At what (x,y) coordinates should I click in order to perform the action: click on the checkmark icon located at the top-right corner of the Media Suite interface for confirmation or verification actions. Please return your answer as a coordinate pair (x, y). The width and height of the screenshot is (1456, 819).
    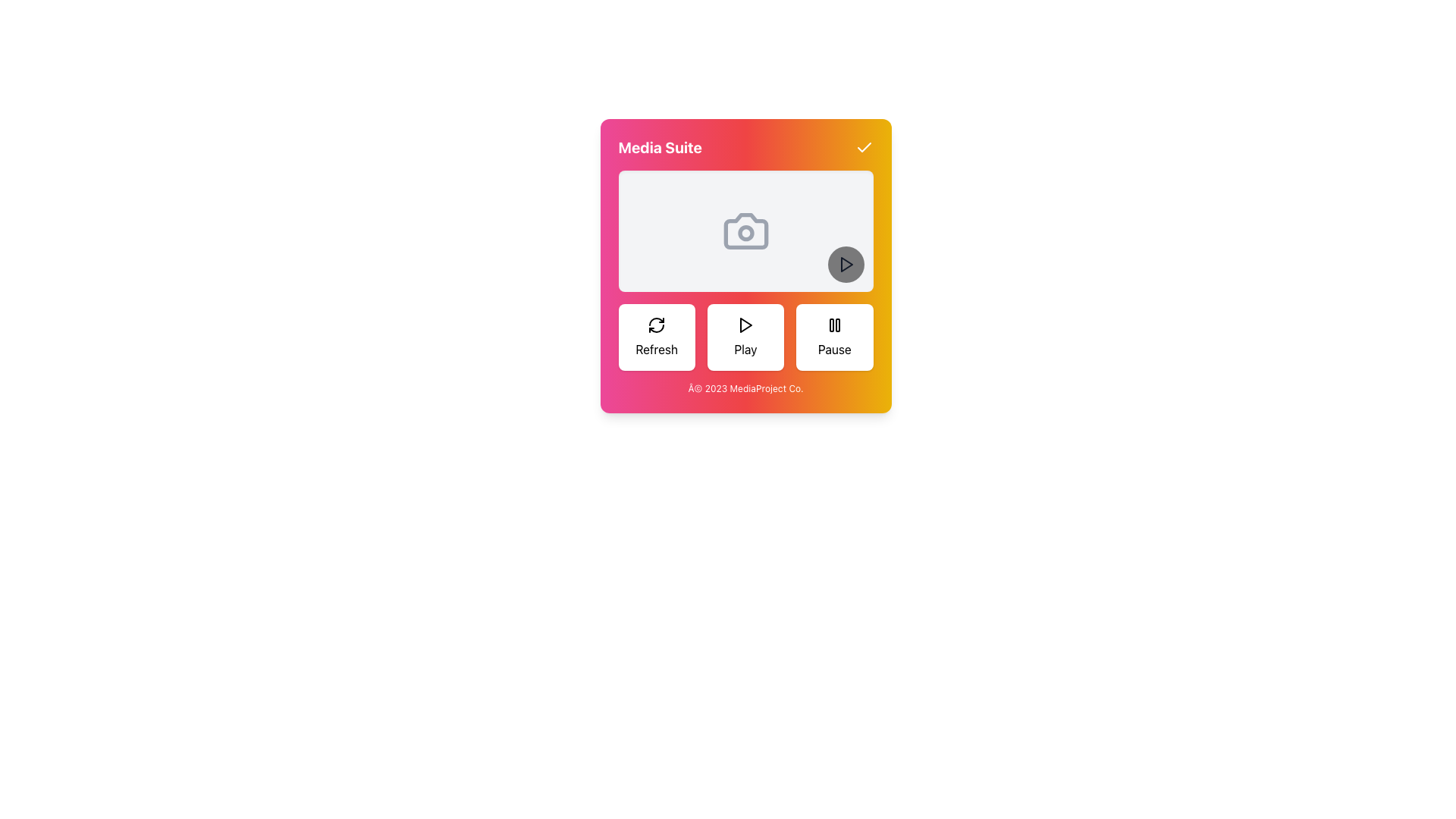
    Looking at the image, I should click on (864, 148).